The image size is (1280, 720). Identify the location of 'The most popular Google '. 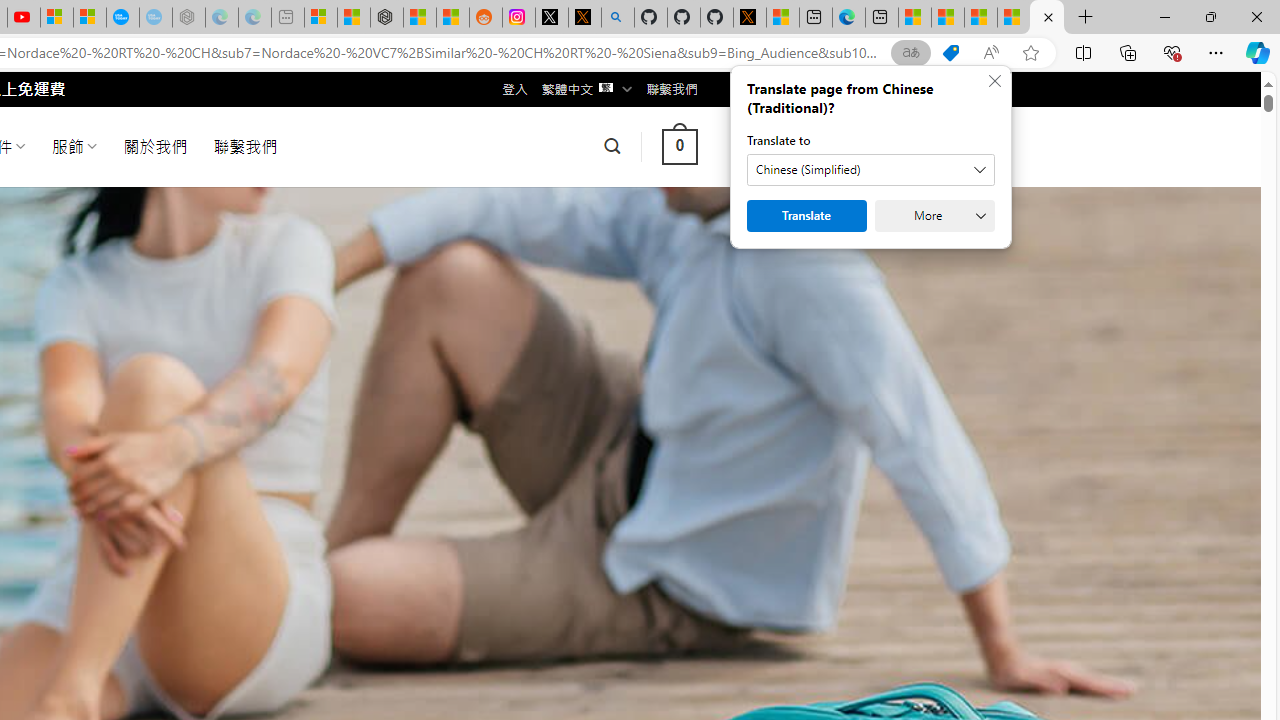
(154, 17).